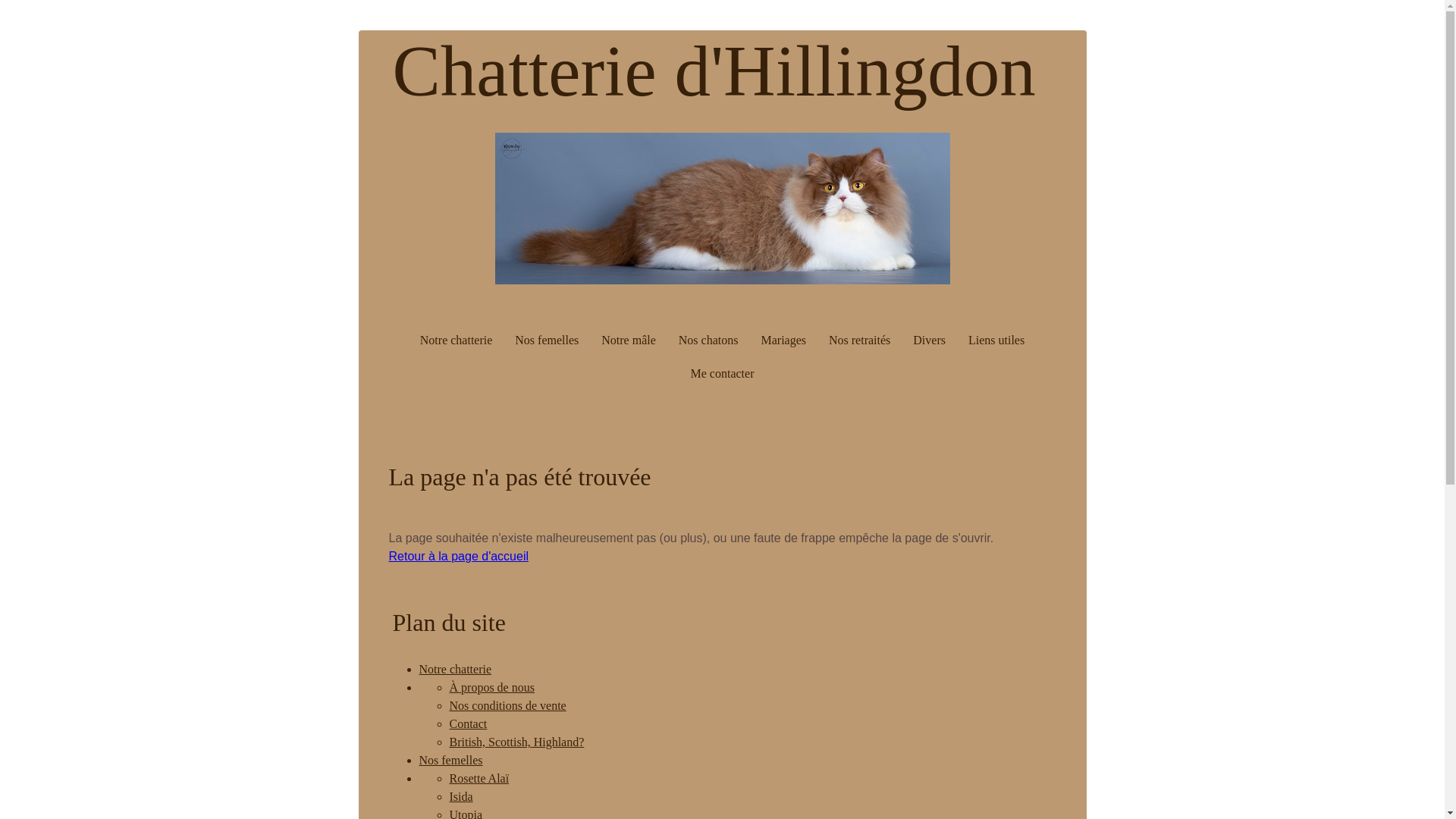 The height and width of the screenshot is (819, 1456). Describe the element at coordinates (467, 723) in the screenshot. I see `'Contact'` at that location.